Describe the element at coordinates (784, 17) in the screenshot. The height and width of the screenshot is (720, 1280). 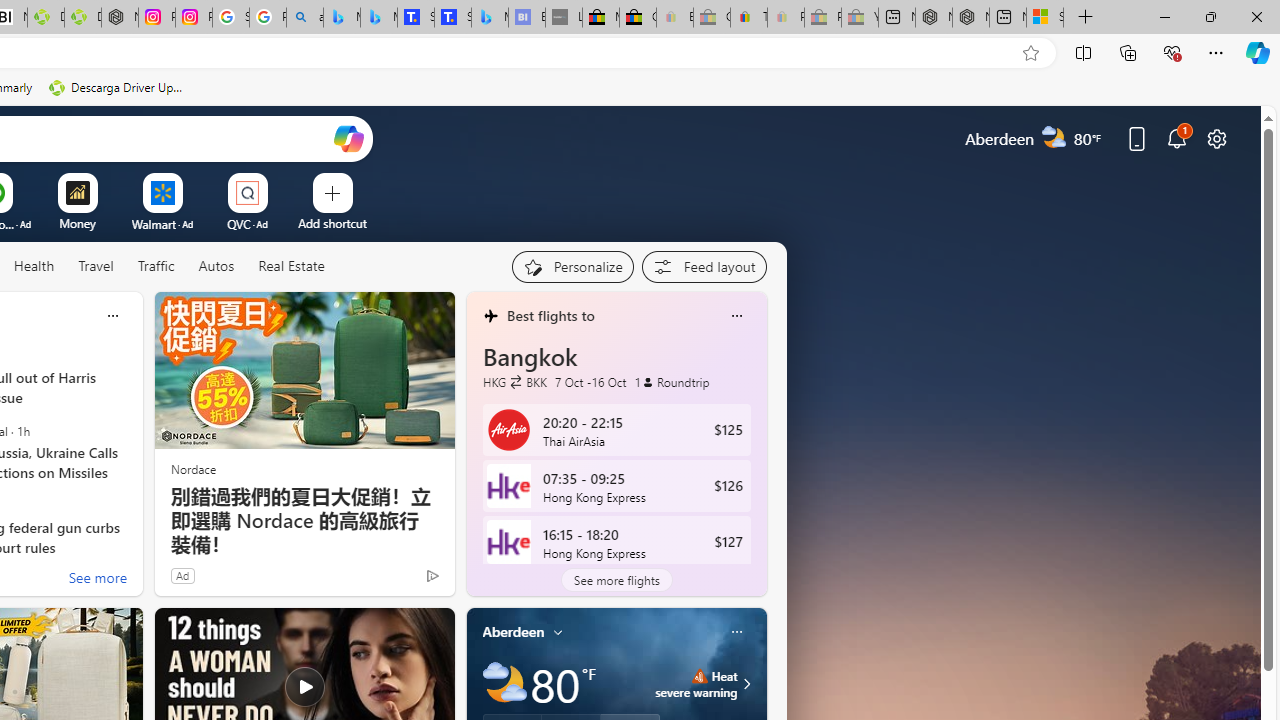
I see `'Payments Terms of Use | eBay.com - Sleeping'` at that location.